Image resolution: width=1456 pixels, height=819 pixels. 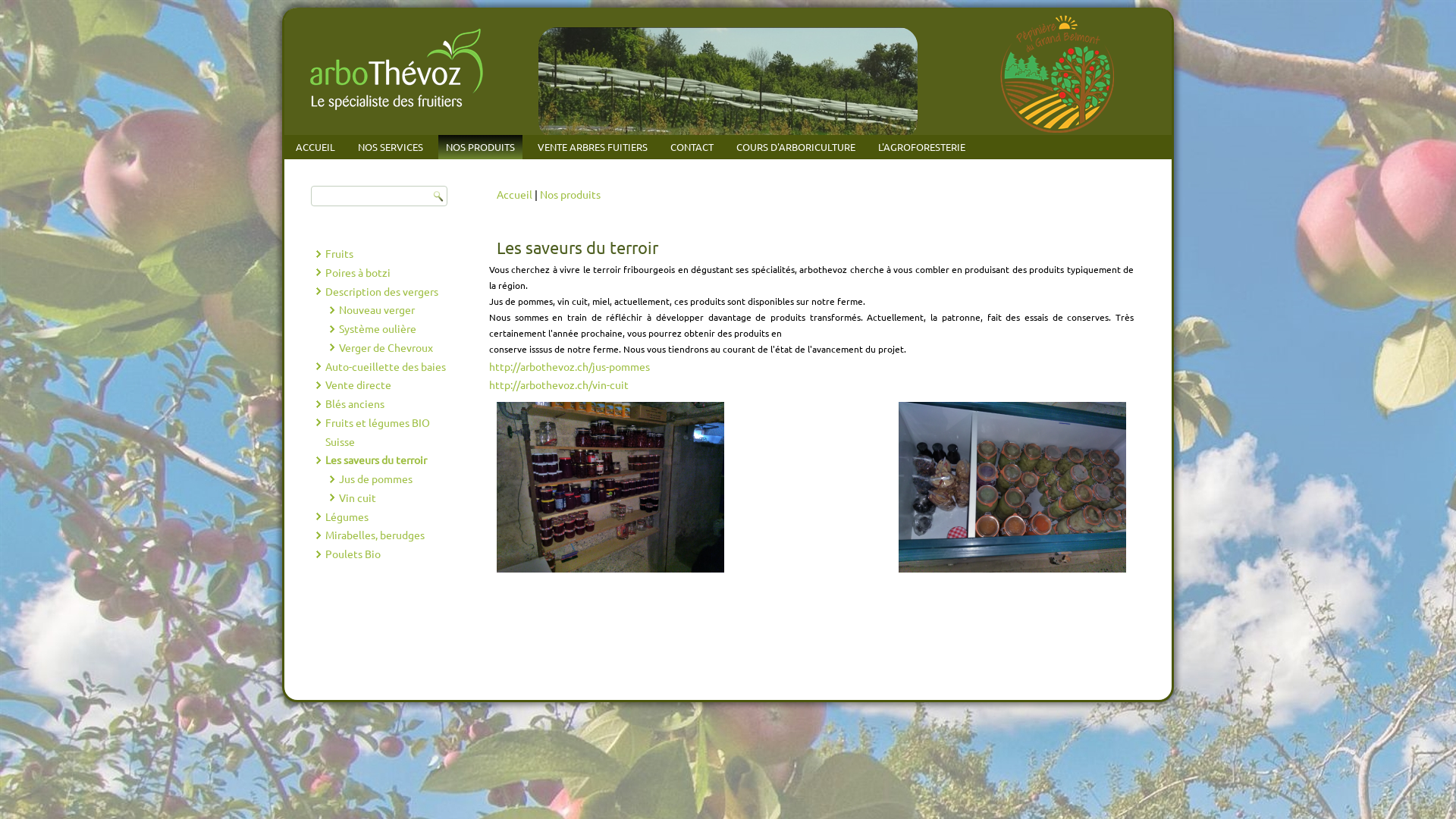 I want to click on 'Mirabelles, berudges', so click(x=374, y=534).